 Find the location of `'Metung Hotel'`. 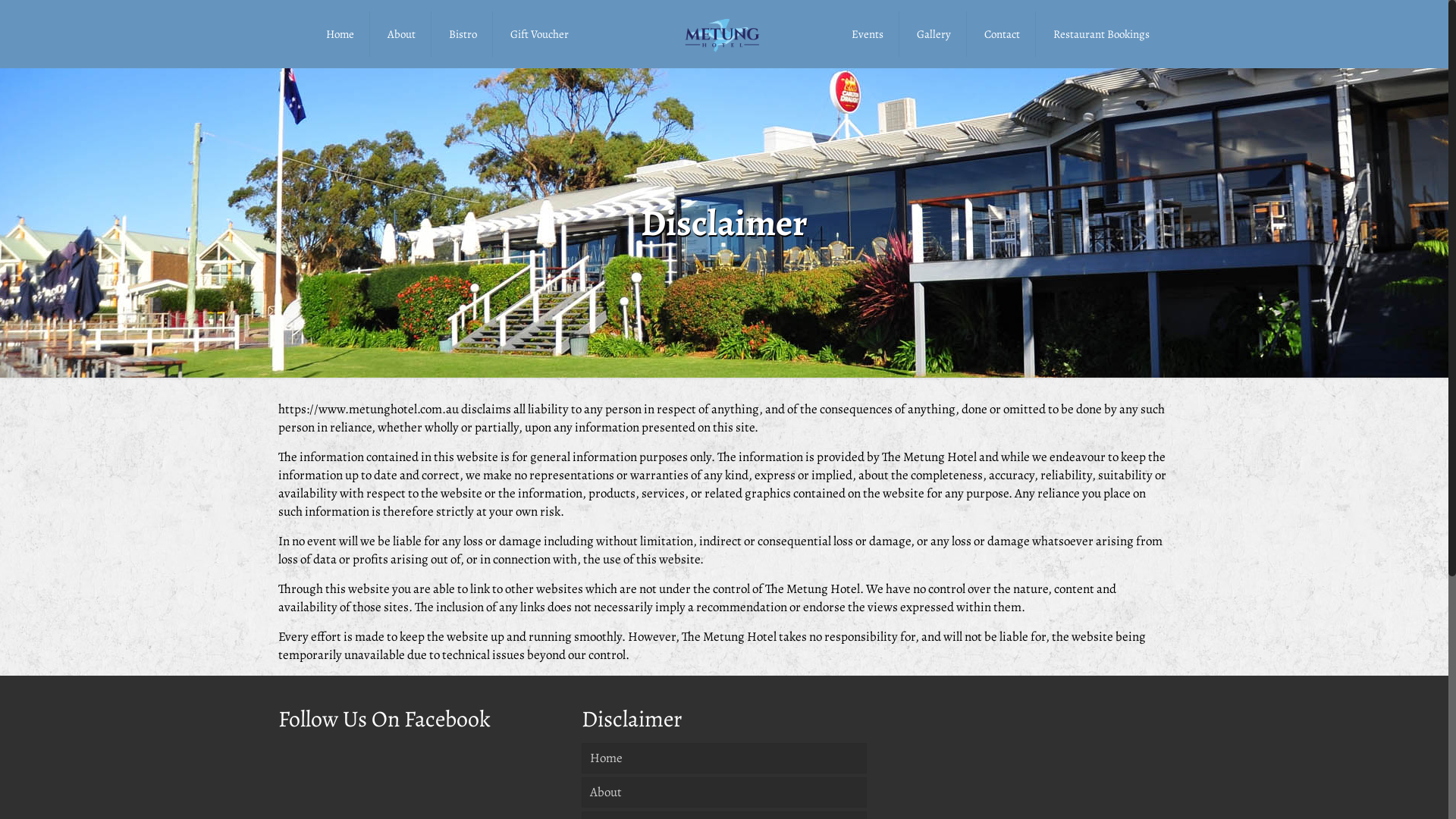

'Metung Hotel' is located at coordinates (723, 34).